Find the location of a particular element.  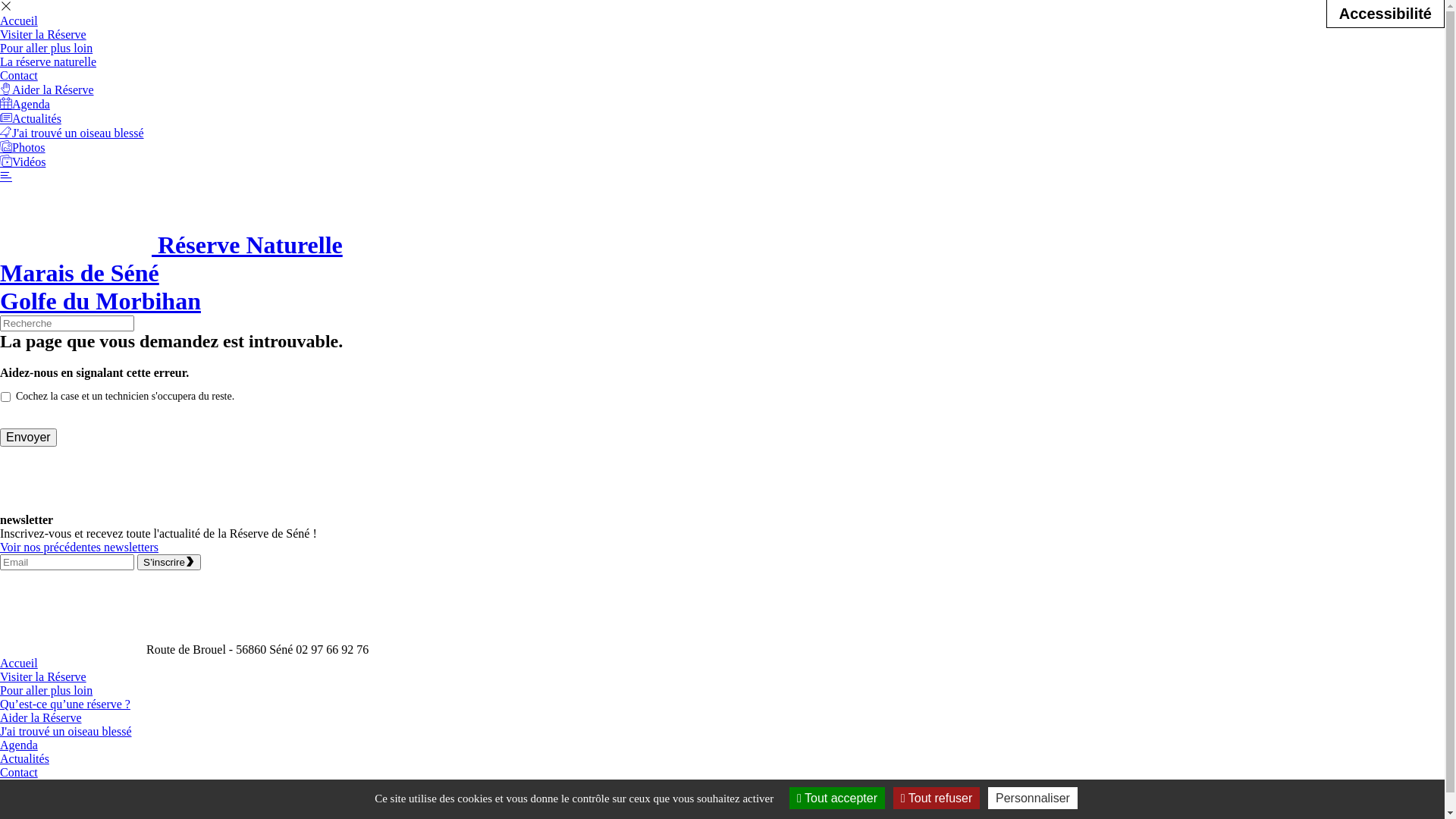

'Envoyer' is located at coordinates (28, 438).